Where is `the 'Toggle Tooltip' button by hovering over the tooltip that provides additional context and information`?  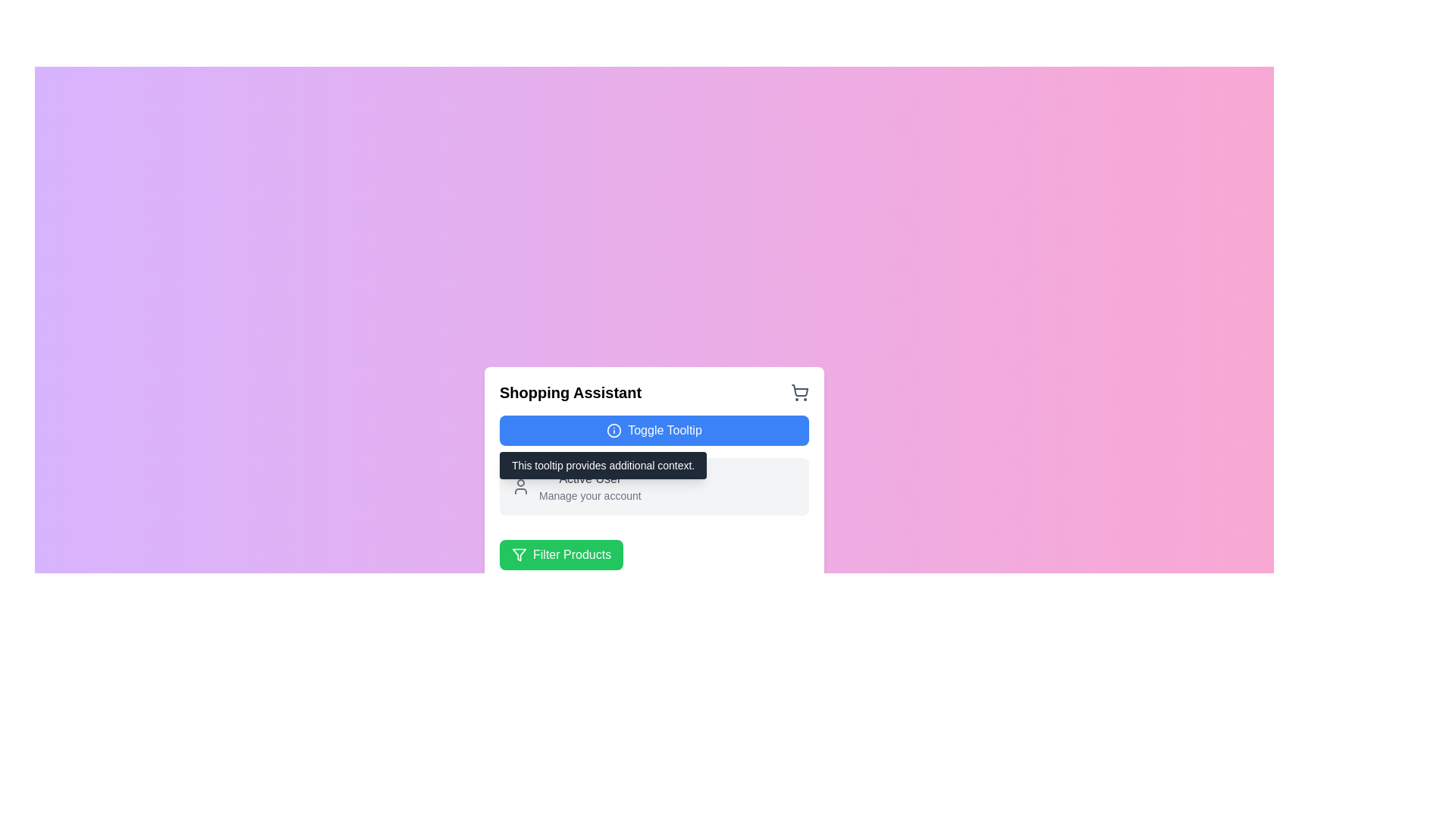 the 'Toggle Tooltip' button by hovering over the tooltip that provides additional context and information is located at coordinates (654, 475).